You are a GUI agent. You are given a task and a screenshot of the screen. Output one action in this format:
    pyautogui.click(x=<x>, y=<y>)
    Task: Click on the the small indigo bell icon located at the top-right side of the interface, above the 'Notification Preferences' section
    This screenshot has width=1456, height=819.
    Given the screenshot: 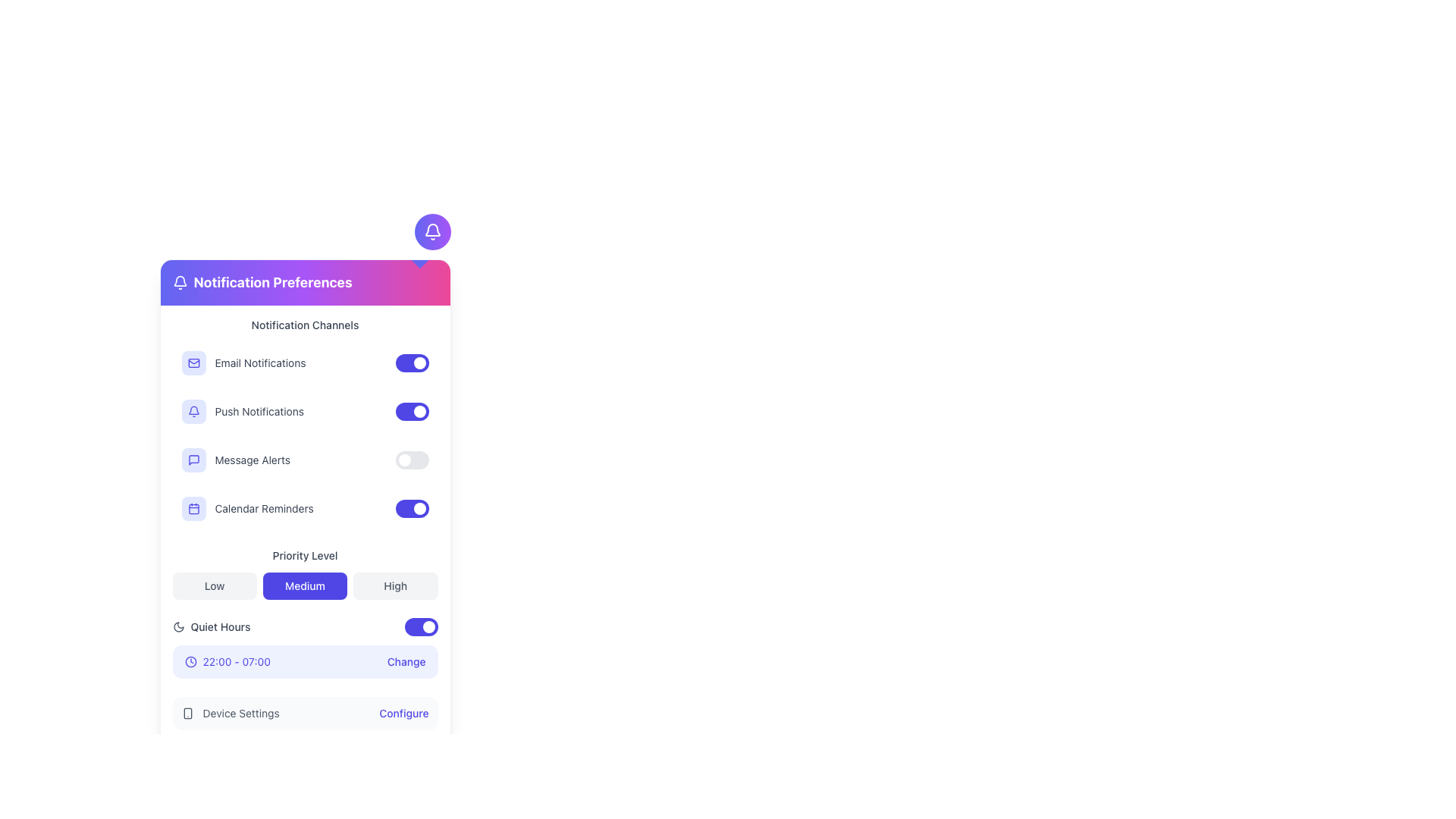 What is the action you would take?
    pyautogui.click(x=193, y=412)
    